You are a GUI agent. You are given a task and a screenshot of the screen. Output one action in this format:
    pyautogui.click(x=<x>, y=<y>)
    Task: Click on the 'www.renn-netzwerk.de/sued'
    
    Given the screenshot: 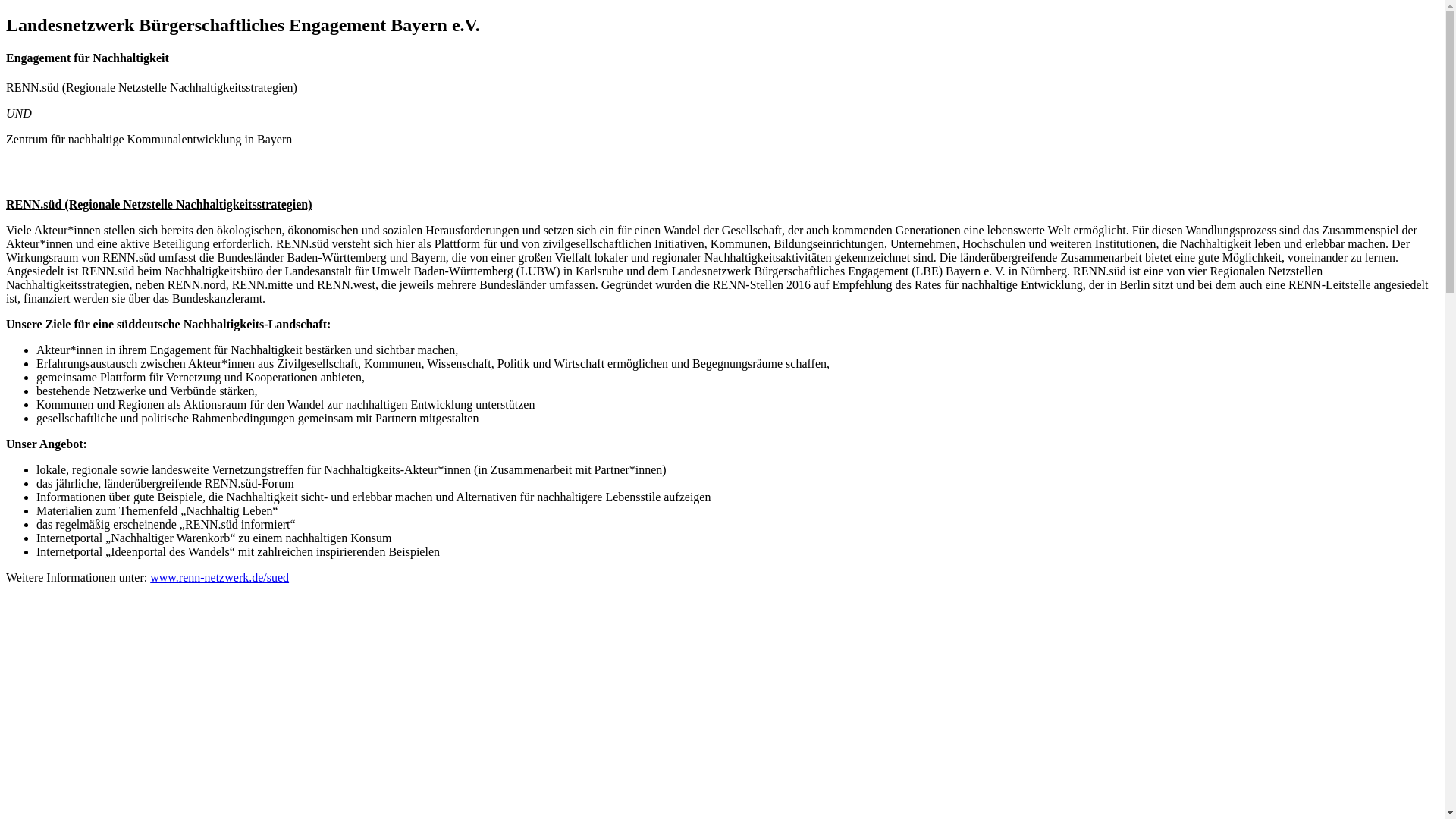 What is the action you would take?
    pyautogui.click(x=218, y=577)
    